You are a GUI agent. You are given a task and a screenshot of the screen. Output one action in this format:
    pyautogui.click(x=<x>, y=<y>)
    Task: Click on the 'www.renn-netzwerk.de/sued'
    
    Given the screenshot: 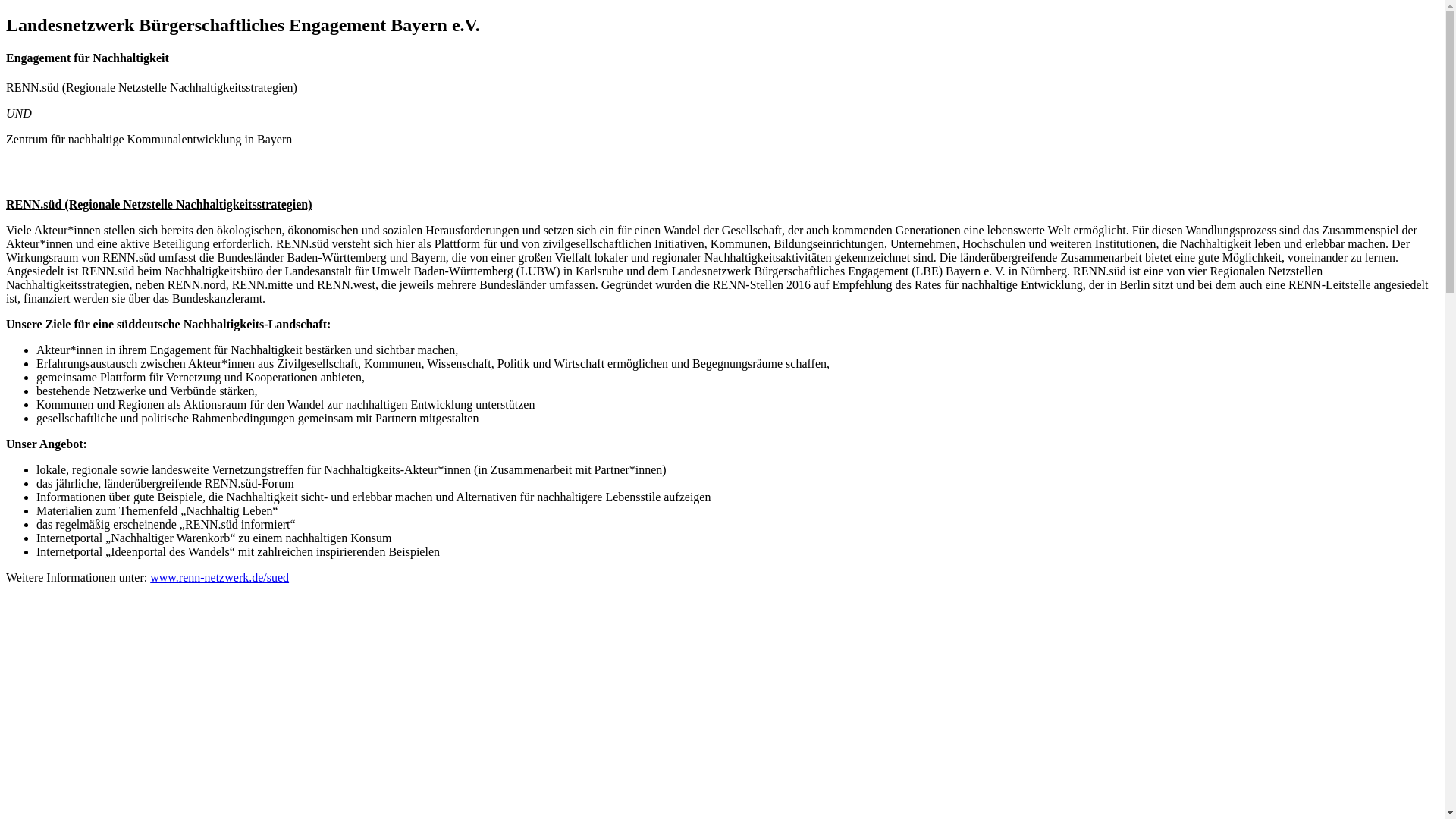 What is the action you would take?
    pyautogui.click(x=218, y=577)
    